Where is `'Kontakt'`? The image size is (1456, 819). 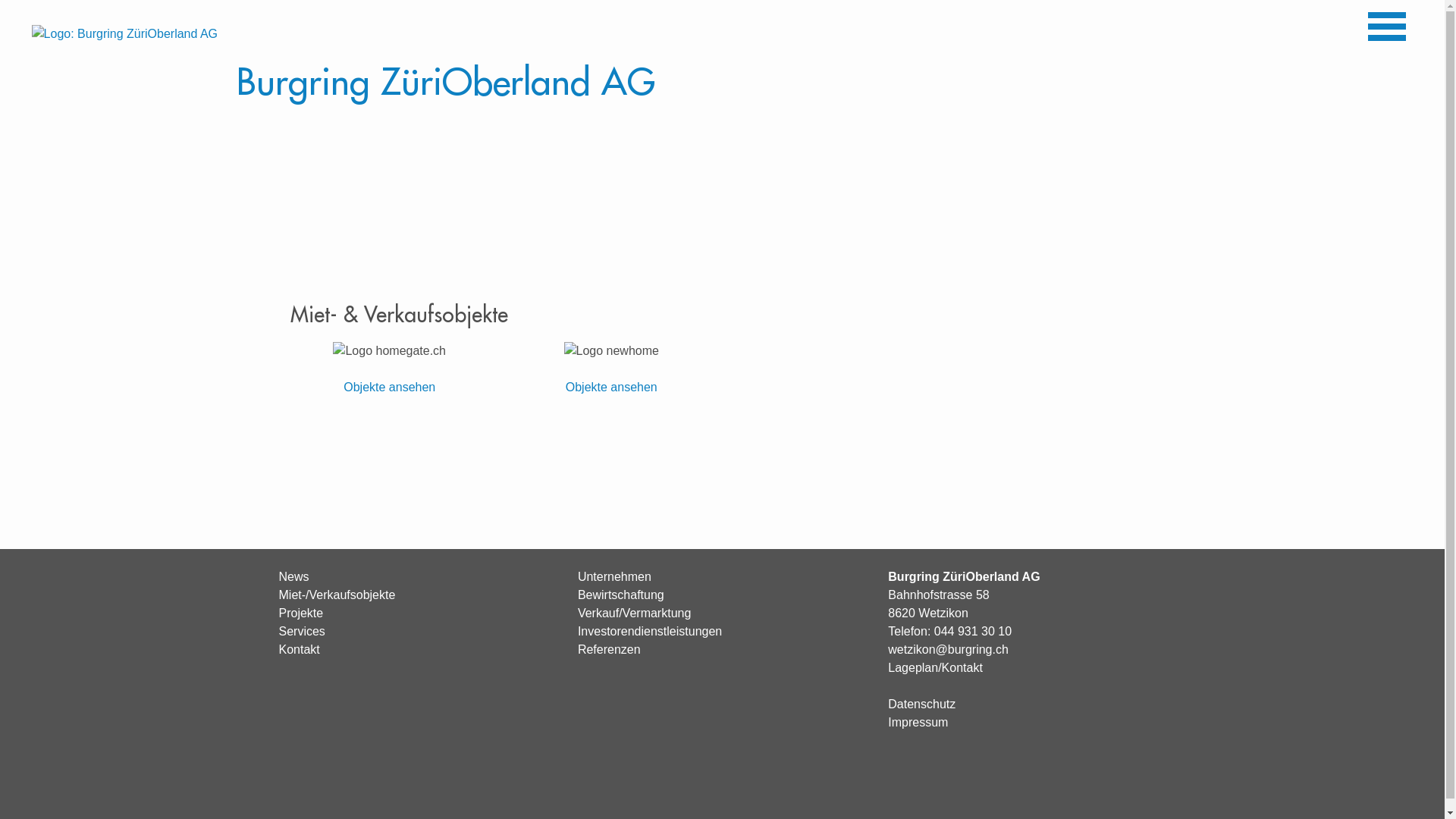
'Kontakt' is located at coordinates (299, 648).